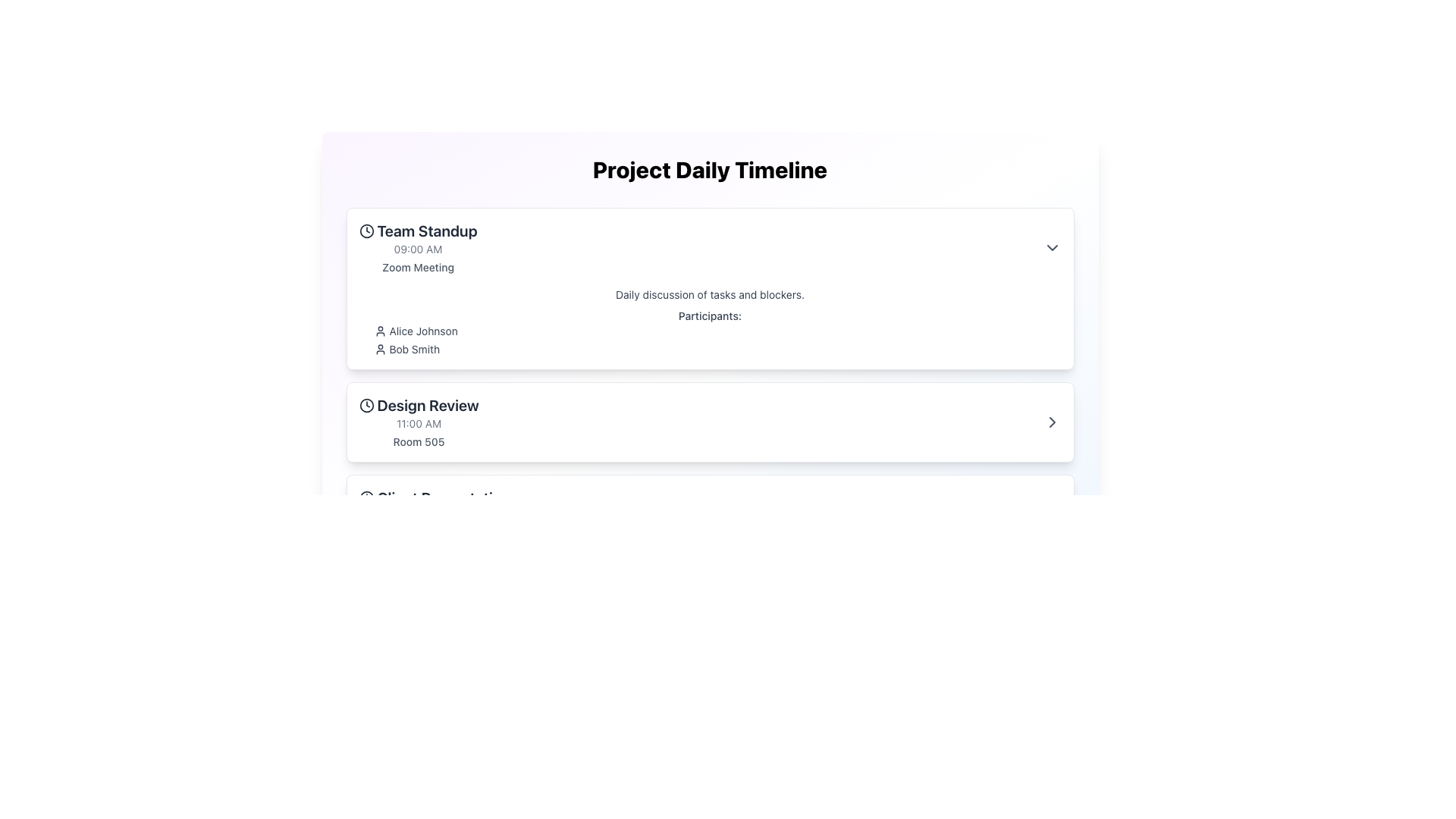 This screenshot has width=1456, height=819. Describe the element at coordinates (419, 405) in the screenshot. I see `text 'Design Review' which is styled in a large bold font and is the primary title of the section, located centered within a card interface` at that location.